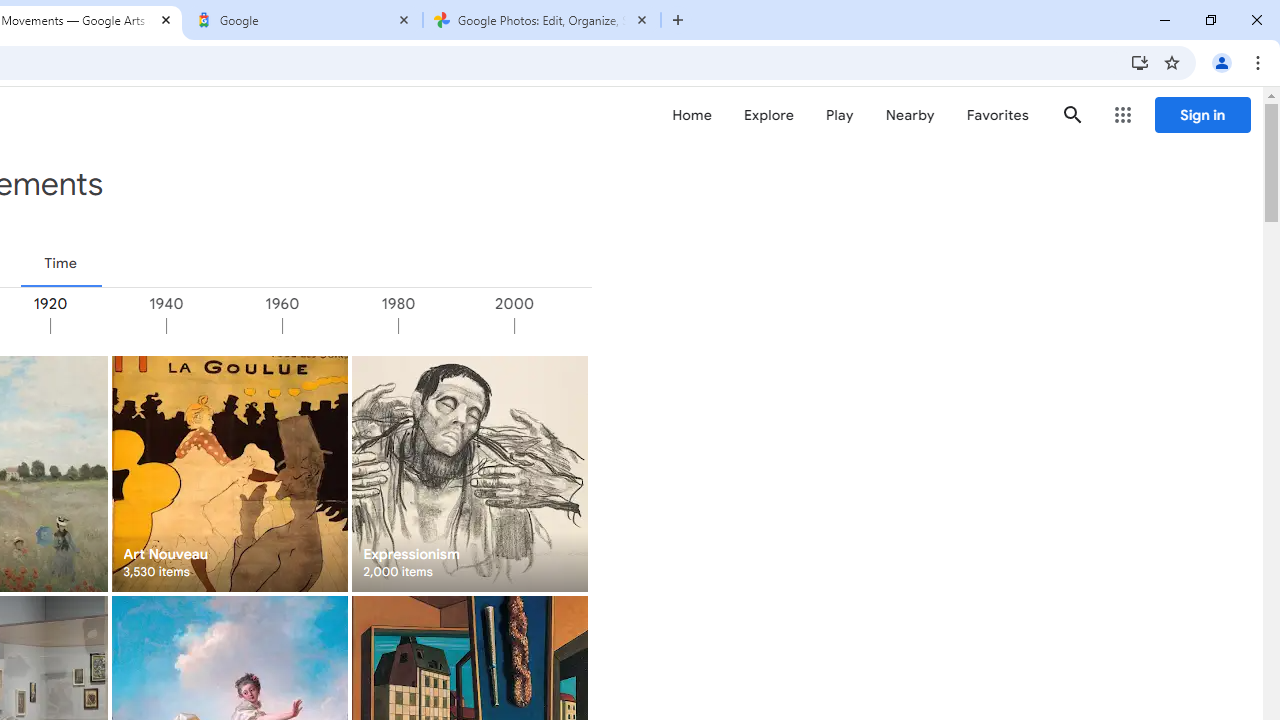 The width and height of the screenshot is (1280, 720). What do you see at coordinates (106, 325) in the screenshot?
I see `'1920'` at bounding box center [106, 325].